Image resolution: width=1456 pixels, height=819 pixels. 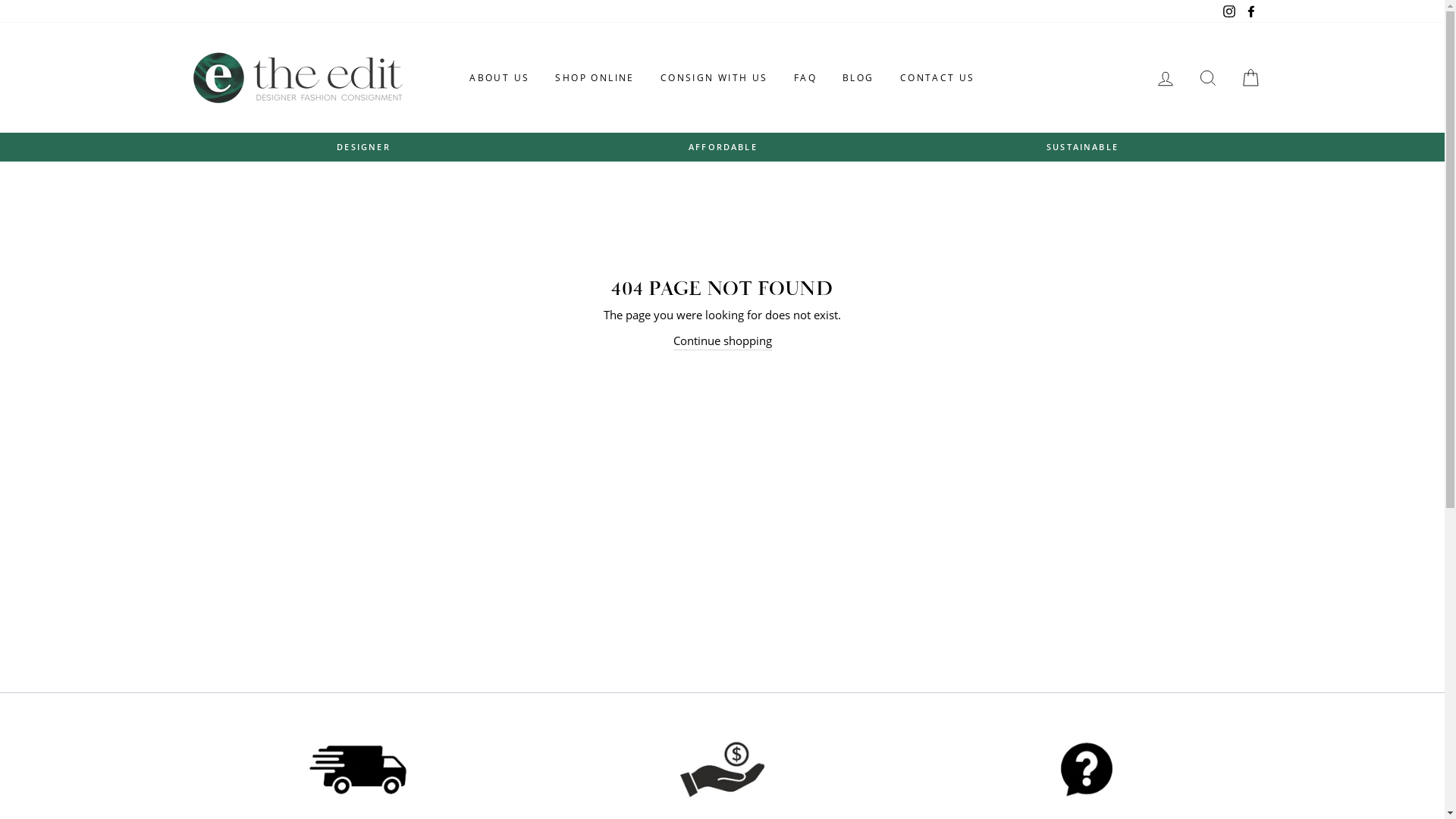 What do you see at coordinates (457, 78) in the screenshot?
I see `'ABOUT US'` at bounding box center [457, 78].